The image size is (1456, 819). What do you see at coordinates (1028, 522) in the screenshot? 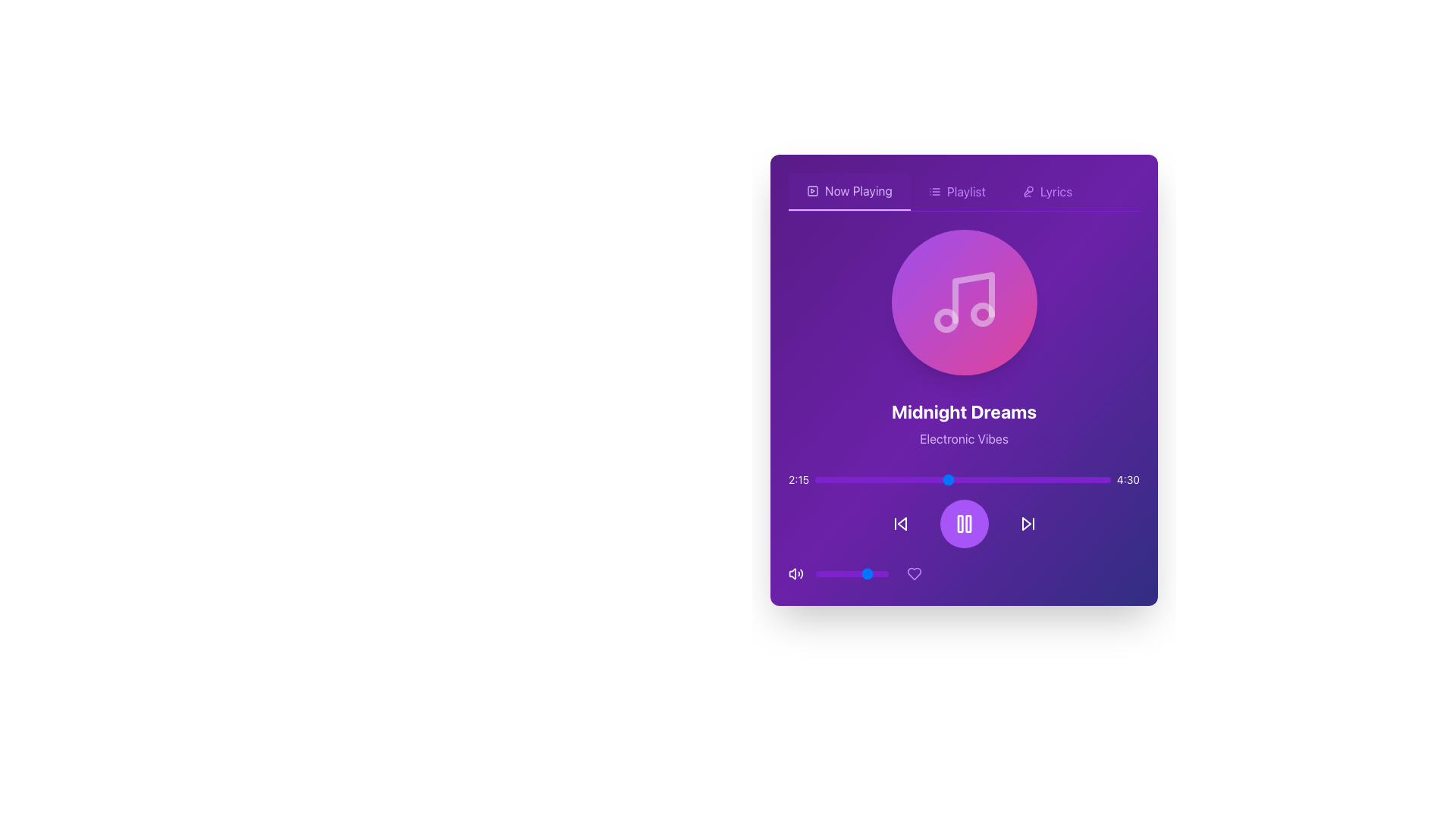
I see `the Icon button that skips to the next media in the playlist, located to the right of the circular pause button in the media control bar` at bounding box center [1028, 522].